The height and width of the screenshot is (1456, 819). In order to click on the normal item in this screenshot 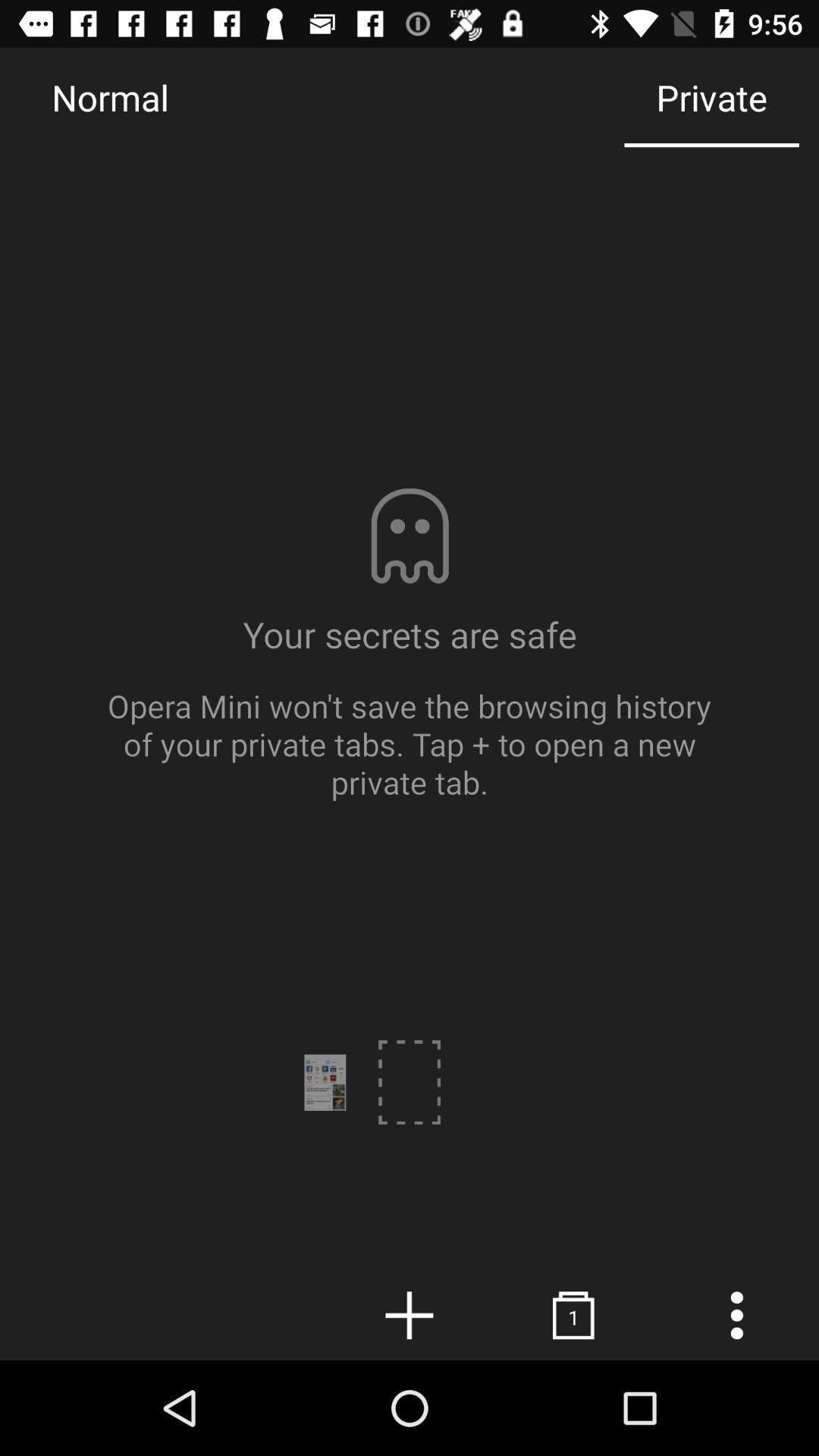, I will do `click(109, 96)`.